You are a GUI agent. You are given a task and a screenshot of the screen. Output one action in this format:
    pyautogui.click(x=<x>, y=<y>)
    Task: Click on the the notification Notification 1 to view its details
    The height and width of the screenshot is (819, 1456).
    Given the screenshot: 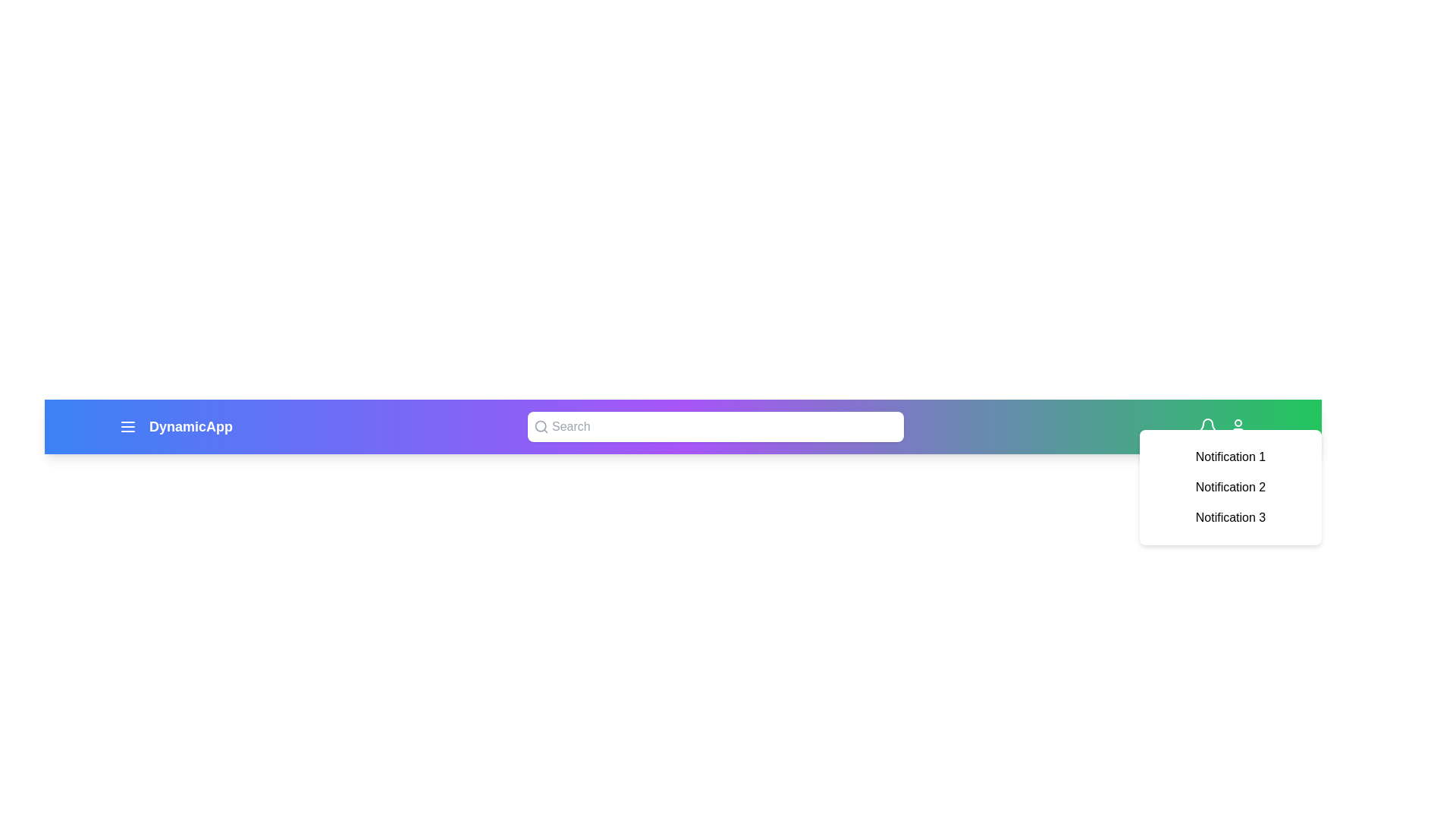 What is the action you would take?
    pyautogui.click(x=1230, y=456)
    